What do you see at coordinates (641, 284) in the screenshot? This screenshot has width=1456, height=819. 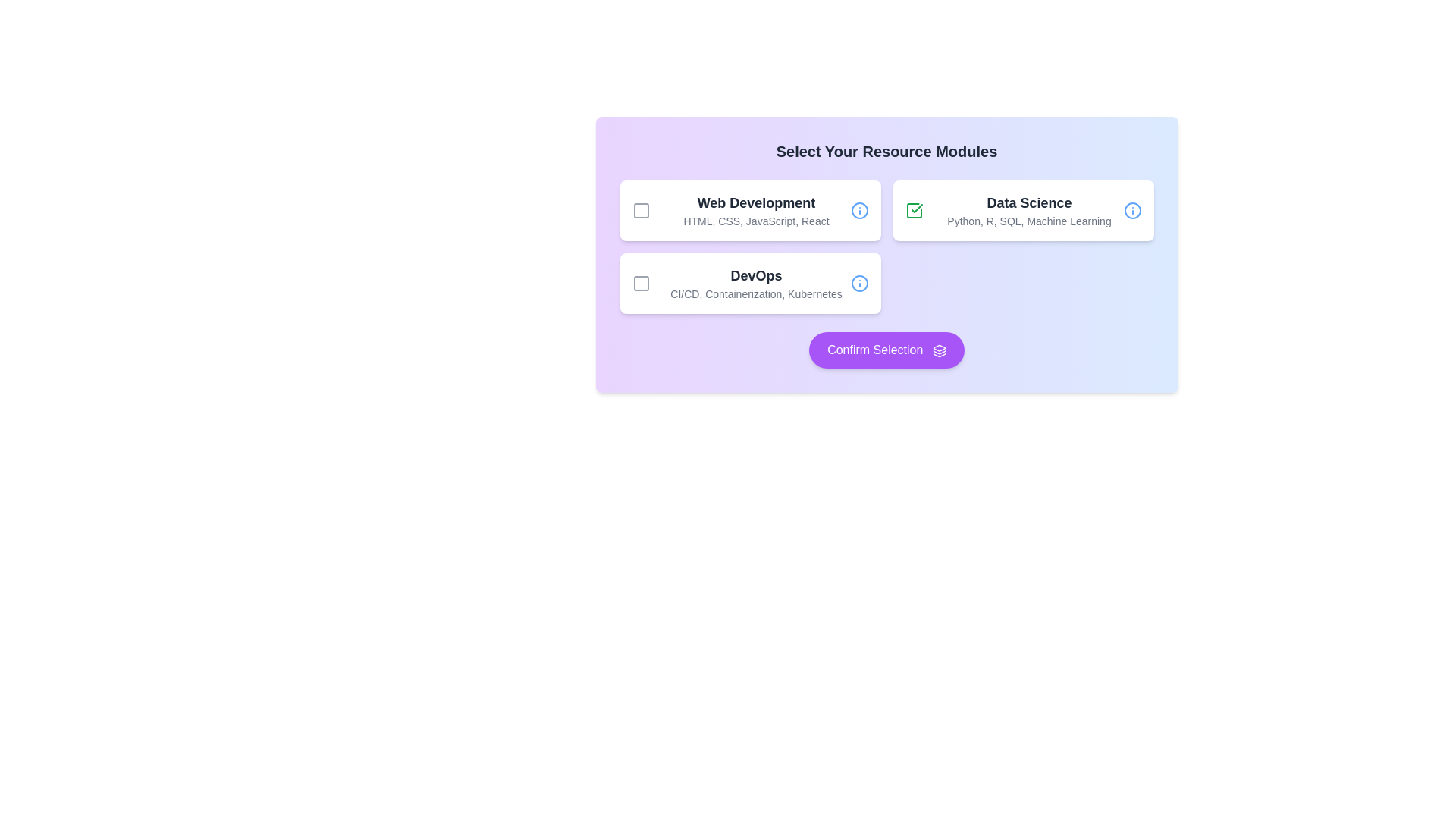 I see `the checkbox located at the left edge of the card labeled 'DevOps'` at bounding box center [641, 284].